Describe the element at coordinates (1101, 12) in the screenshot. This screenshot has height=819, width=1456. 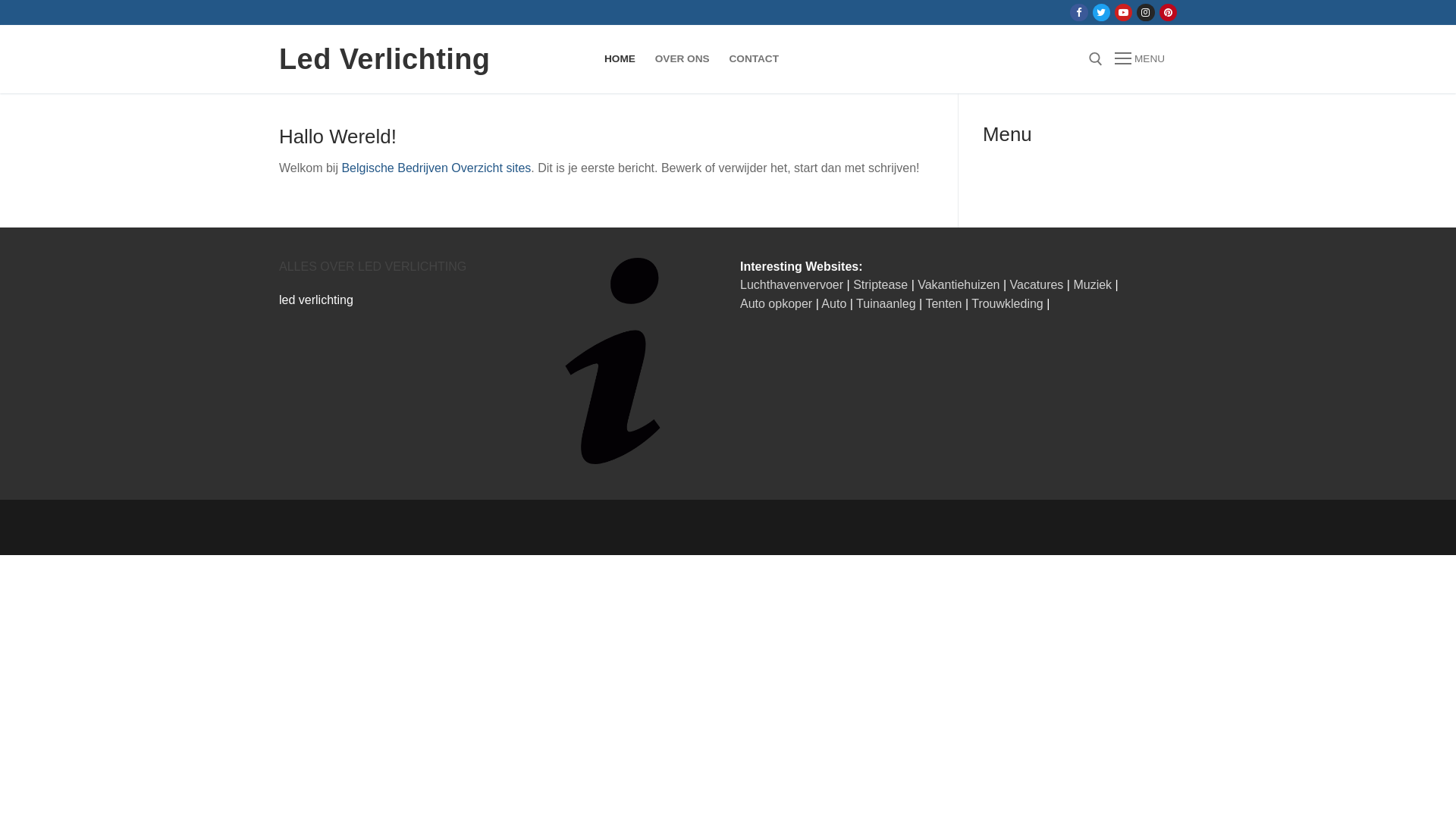
I see `'Twitter'` at that location.